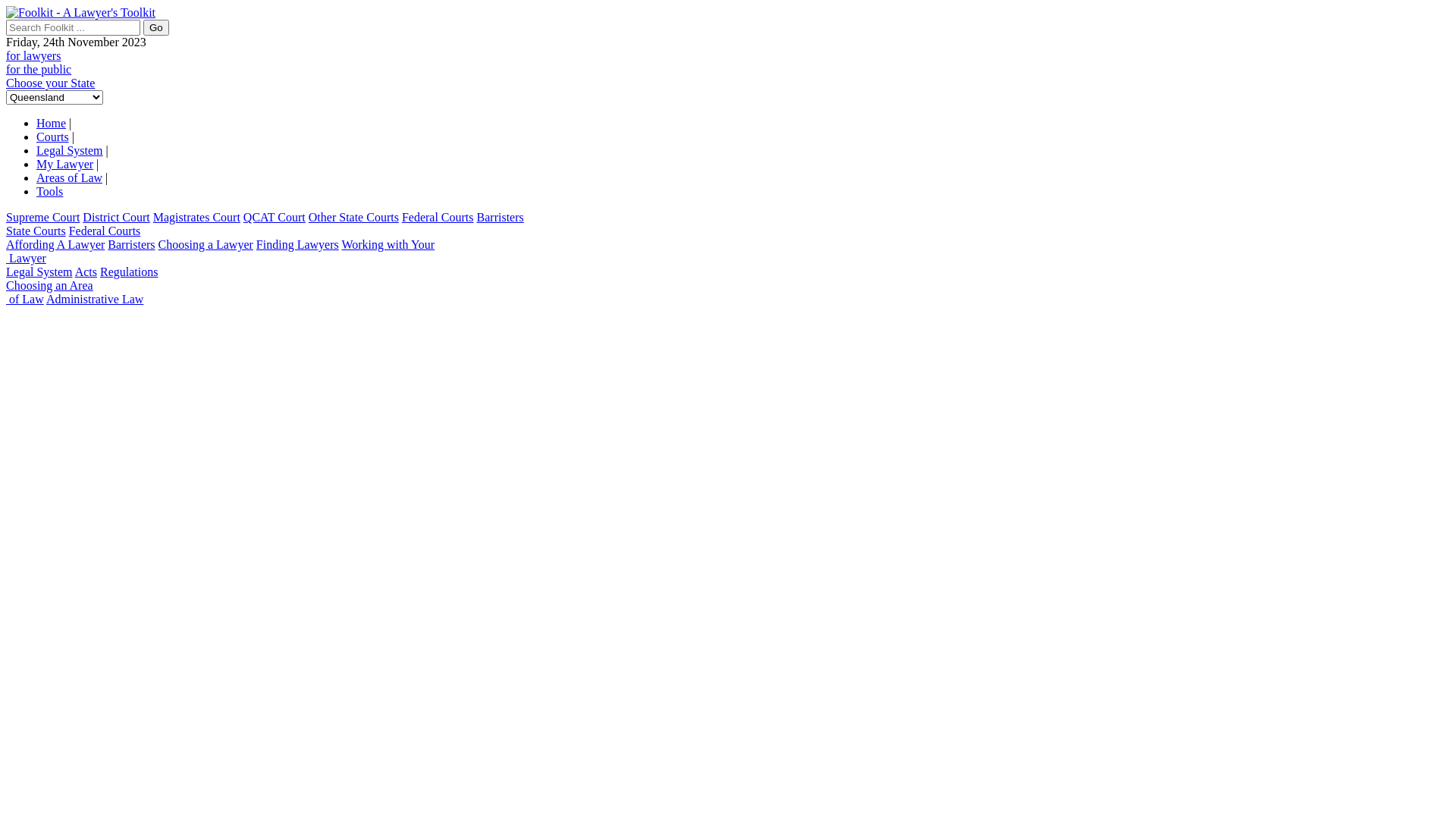 The width and height of the screenshot is (1456, 819). What do you see at coordinates (42, 217) in the screenshot?
I see `'Supreme Court'` at bounding box center [42, 217].